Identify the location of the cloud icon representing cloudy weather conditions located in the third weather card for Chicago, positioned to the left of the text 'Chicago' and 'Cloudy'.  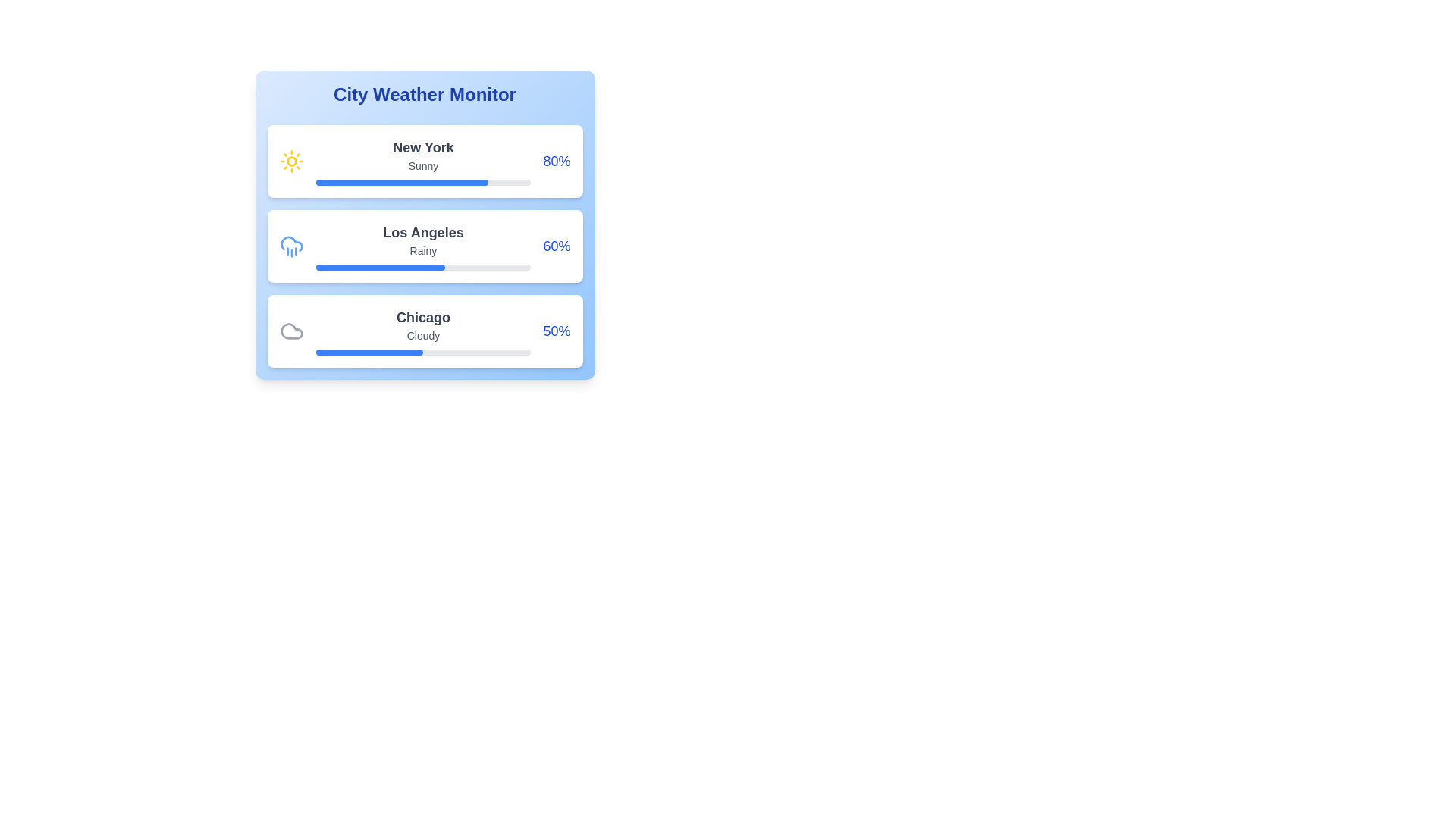
(291, 330).